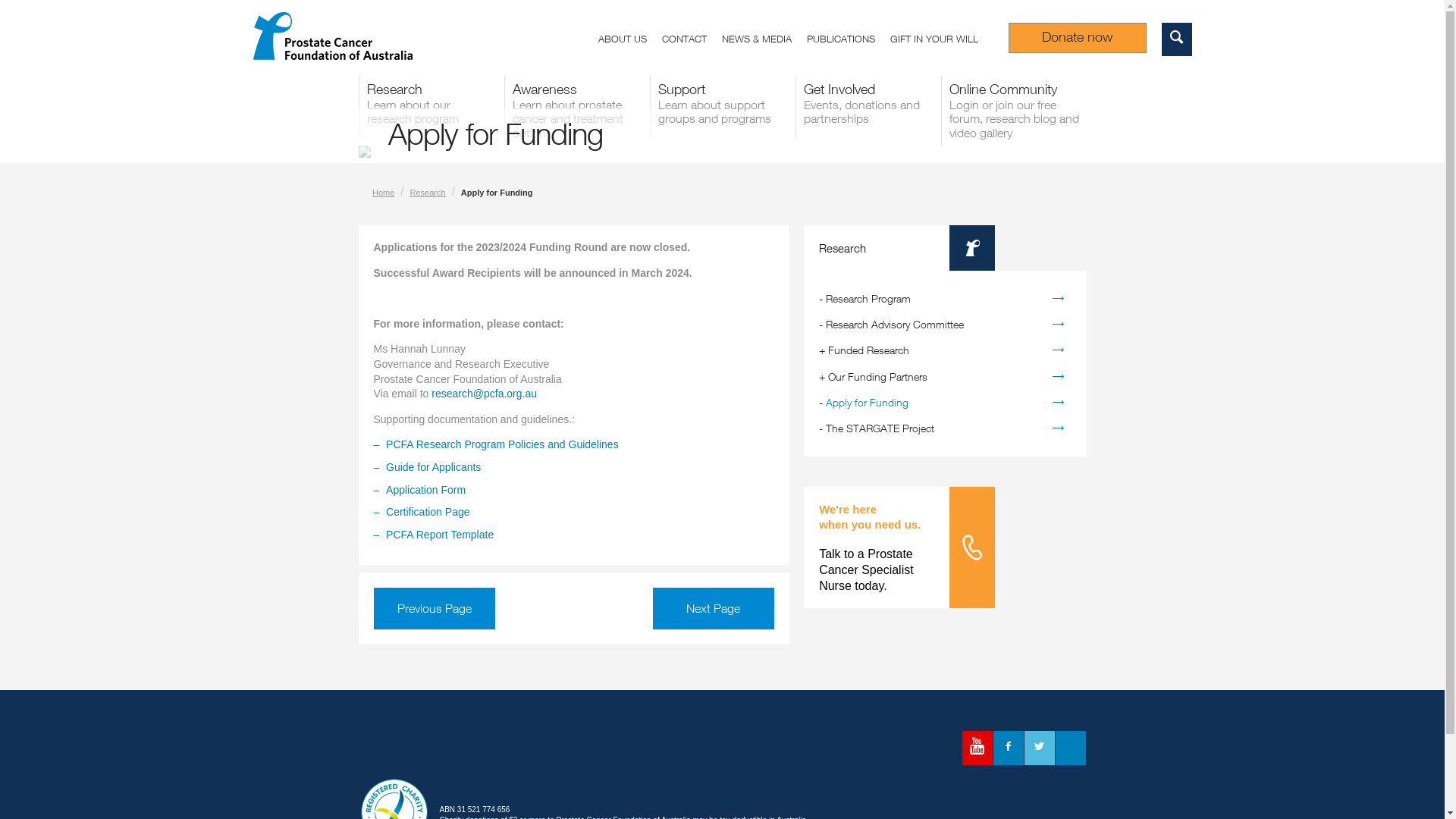  I want to click on 'Application Form', so click(425, 489).